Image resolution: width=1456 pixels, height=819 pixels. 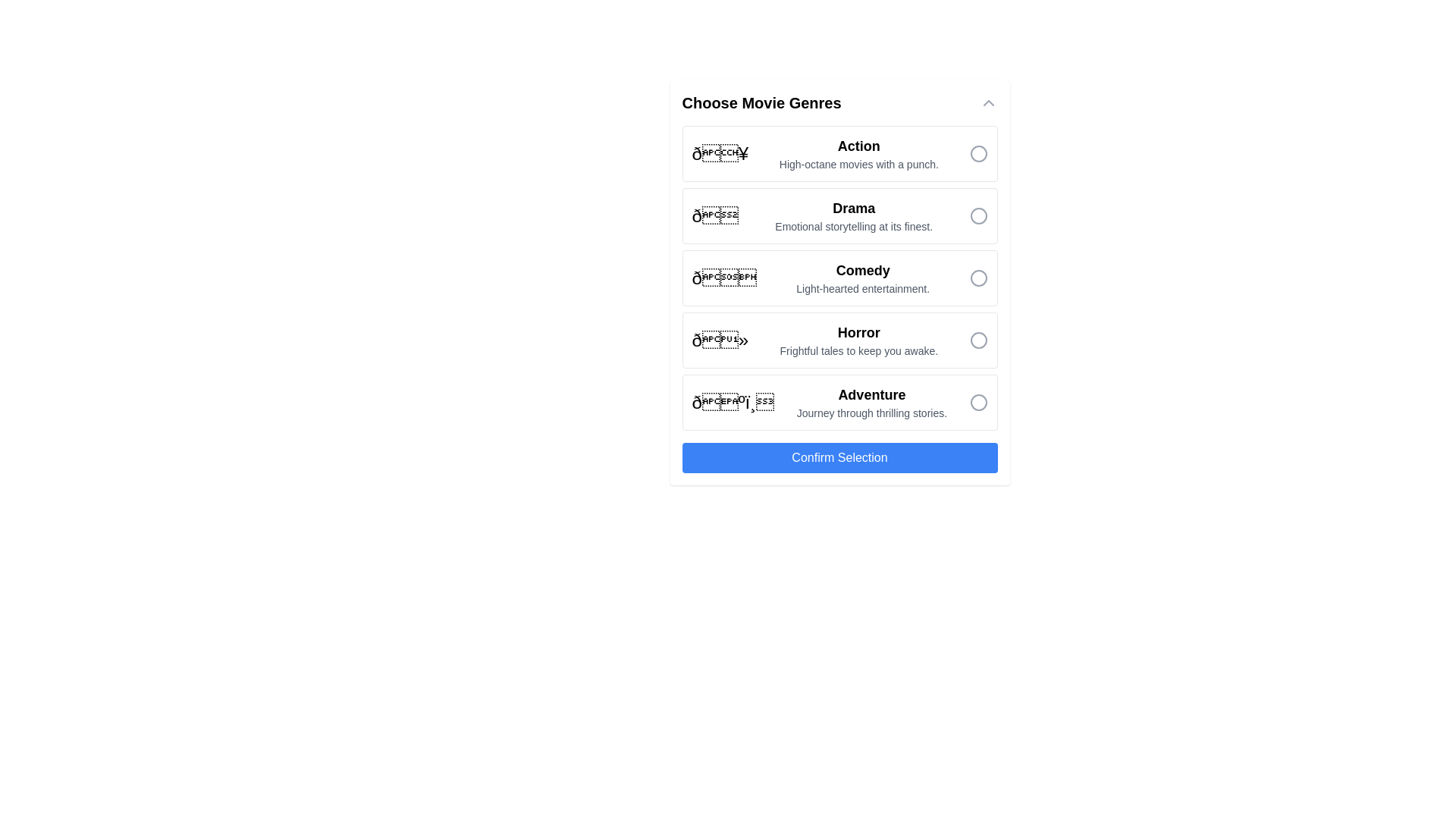 I want to click on the bold text label that reads 'Comedy', which is located in the third row of the movie genre list, above the description 'Light-hearted entertainment', so click(x=863, y=270).